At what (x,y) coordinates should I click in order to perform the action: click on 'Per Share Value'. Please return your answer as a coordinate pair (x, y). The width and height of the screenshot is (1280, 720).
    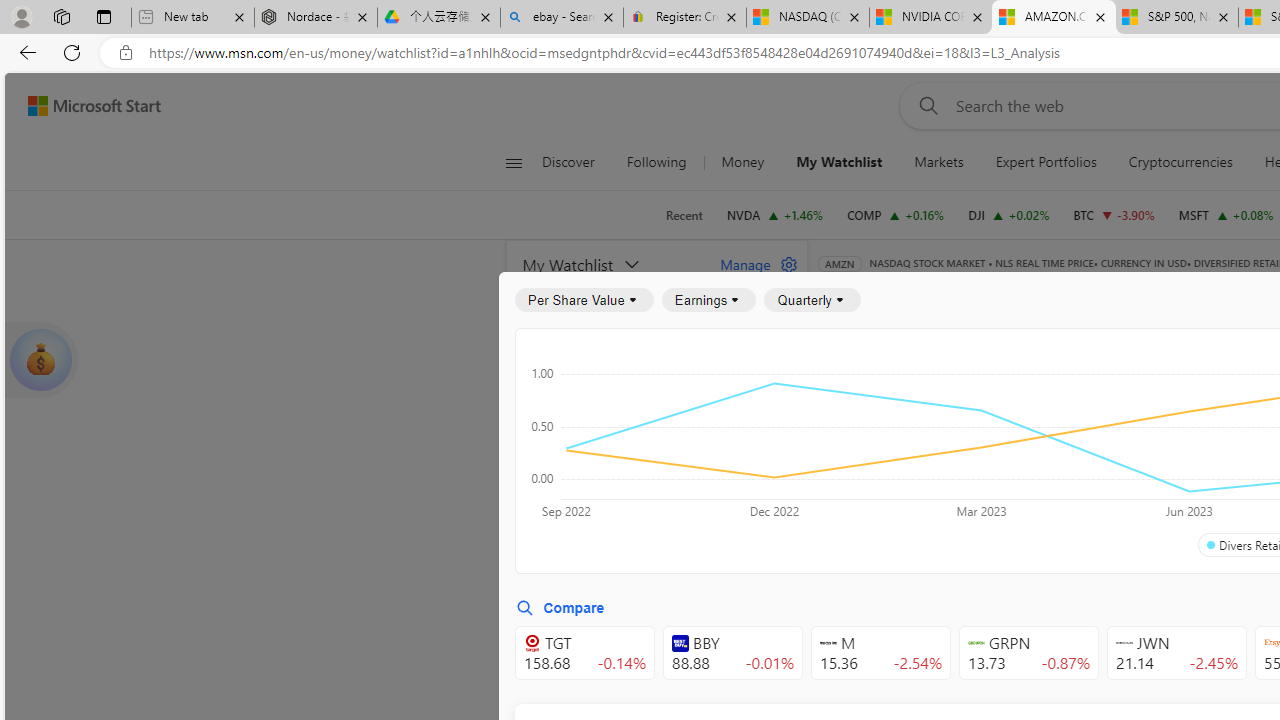
    Looking at the image, I should click on (583, 300).